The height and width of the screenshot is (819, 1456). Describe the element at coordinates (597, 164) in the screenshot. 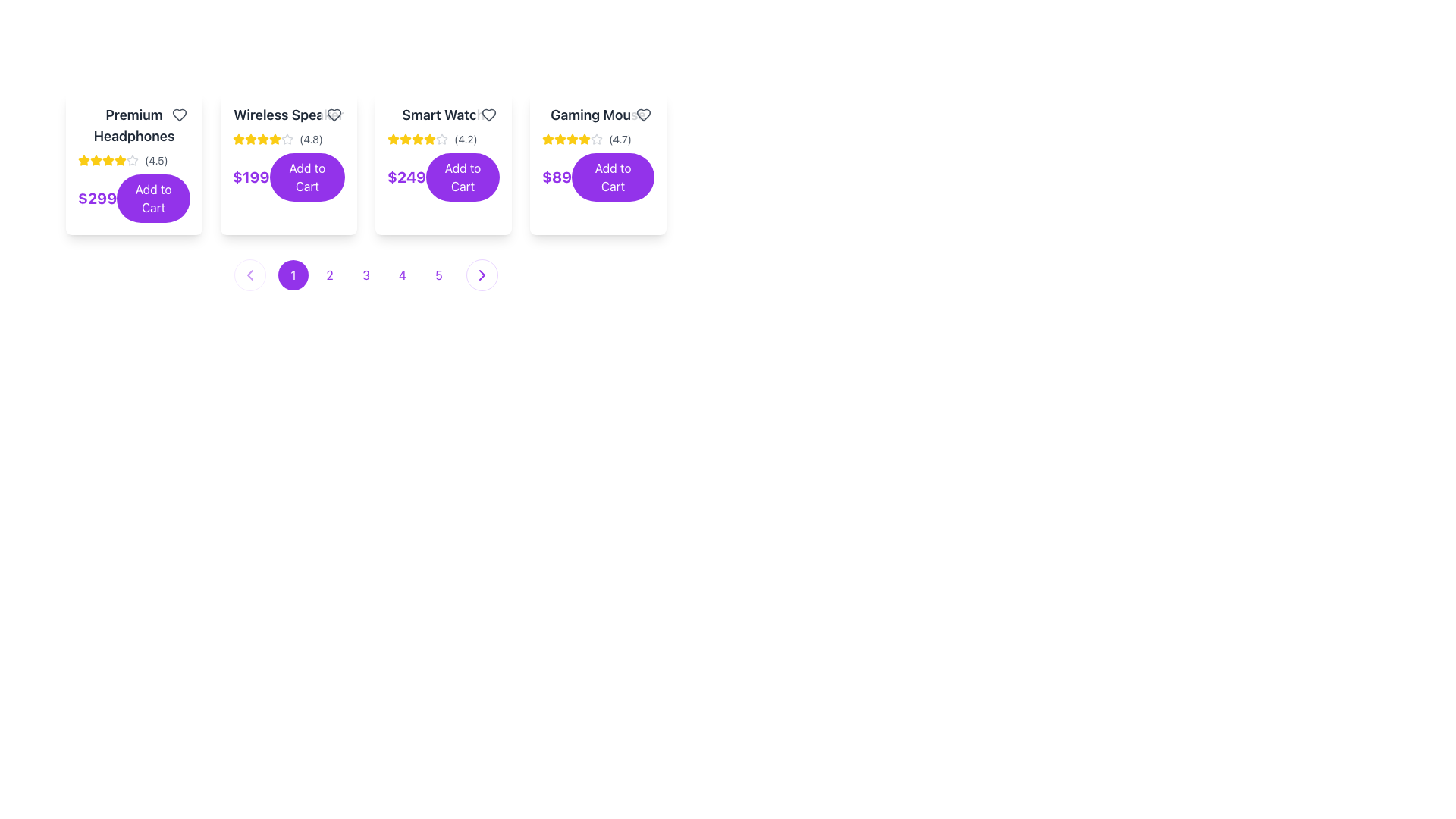

I see `the 'Add to Cart' button on the Gaming Mouse product card, which is the fourth card in a grid layout located in the top-right corner` at that location.